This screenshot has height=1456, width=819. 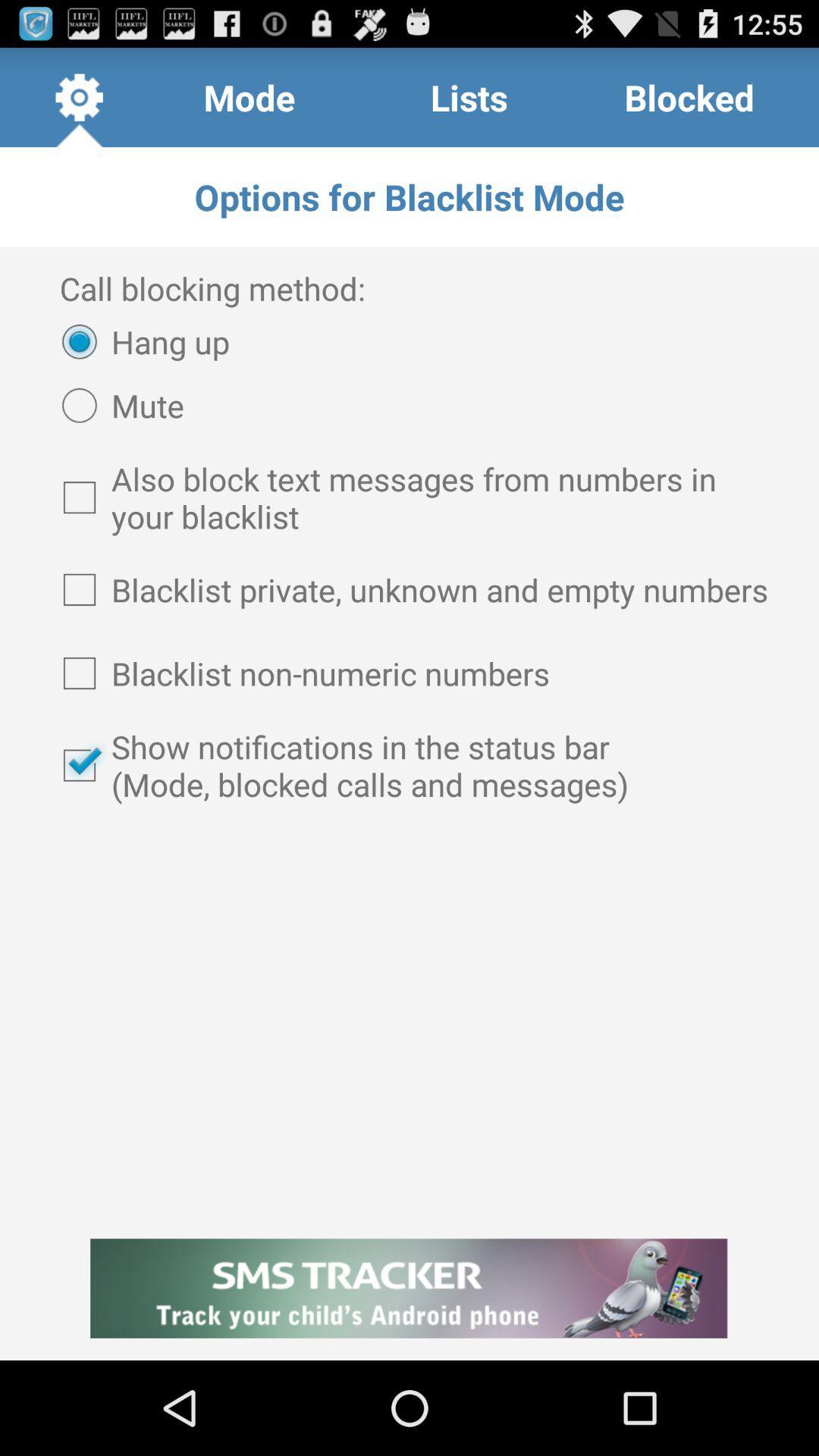 What do you see at coordinates (138, 340) in the screenshot?
I see `the radio button above the mute` at bounding box center [138, 340].